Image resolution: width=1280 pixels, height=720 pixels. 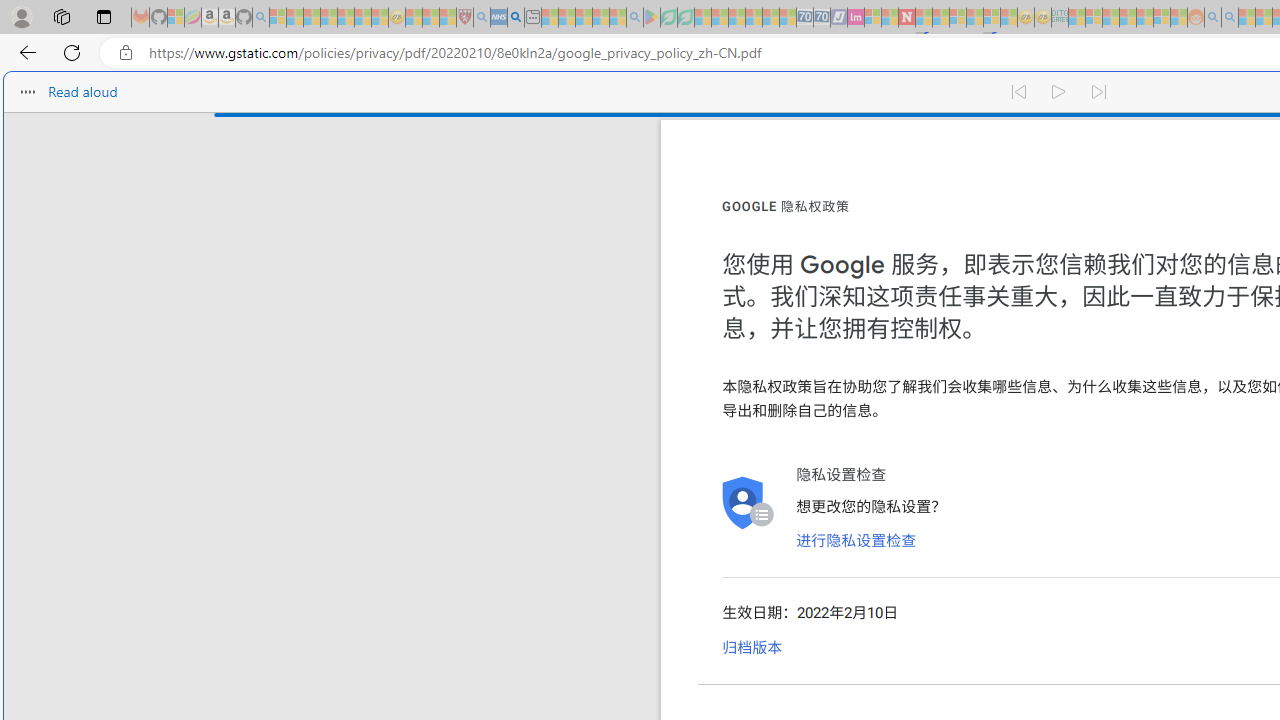 I want to click on 'Read previous paragraph', so click(x=1018, y=92).